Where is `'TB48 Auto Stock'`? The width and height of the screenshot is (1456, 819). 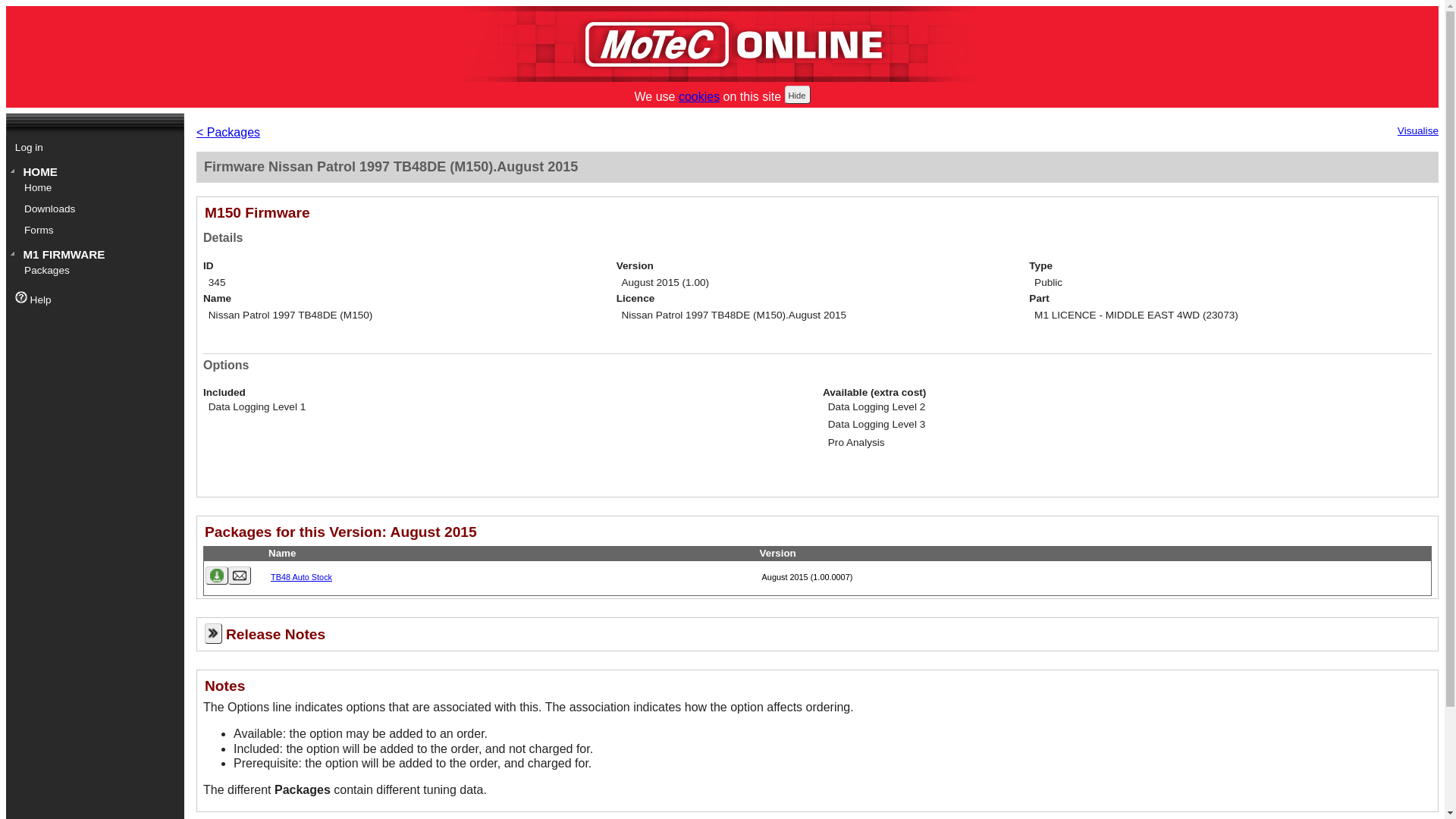
'TB48 Auto Stock' is located at coordinates (270, 576).